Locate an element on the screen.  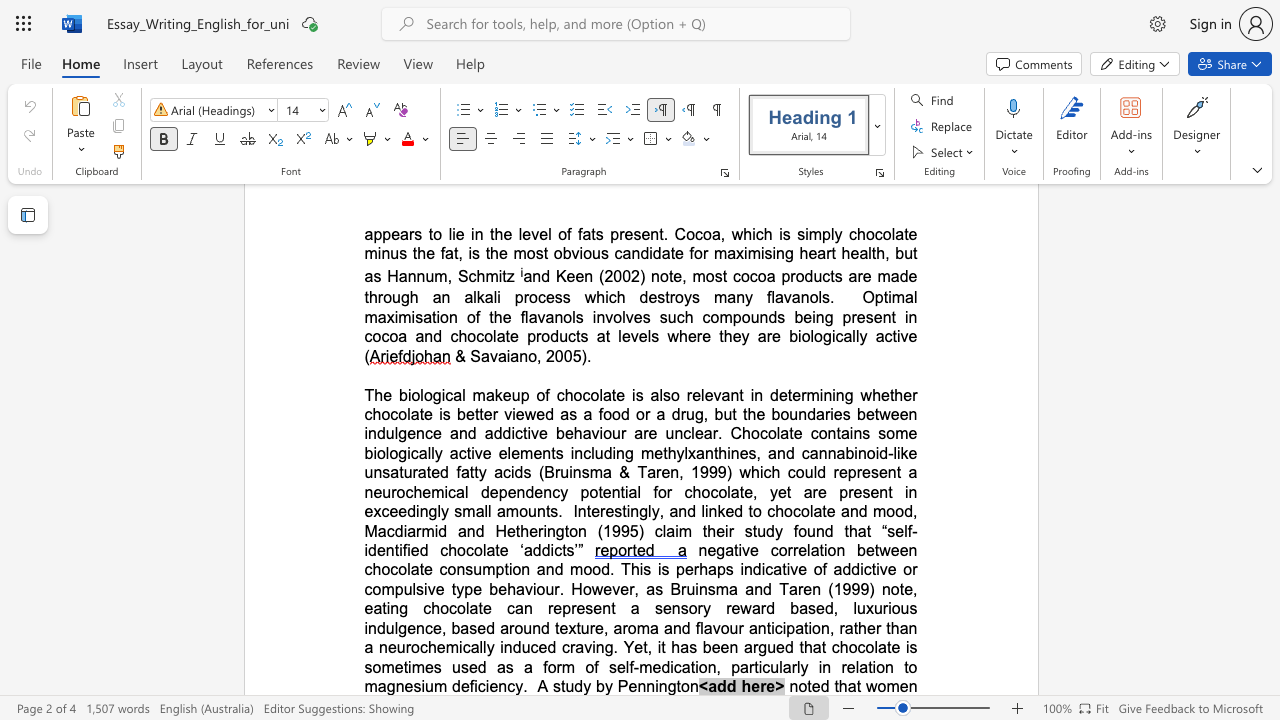
the subset text "ication, particularly in relation t" within the text "and flavour anticipation, rather than a neurochemically induced craving. Yet, it has been argued that chocolate is sometimes used as a form of self-medication, particularly in relation to magnesium deficiency" is located at coordinates (670, 667).